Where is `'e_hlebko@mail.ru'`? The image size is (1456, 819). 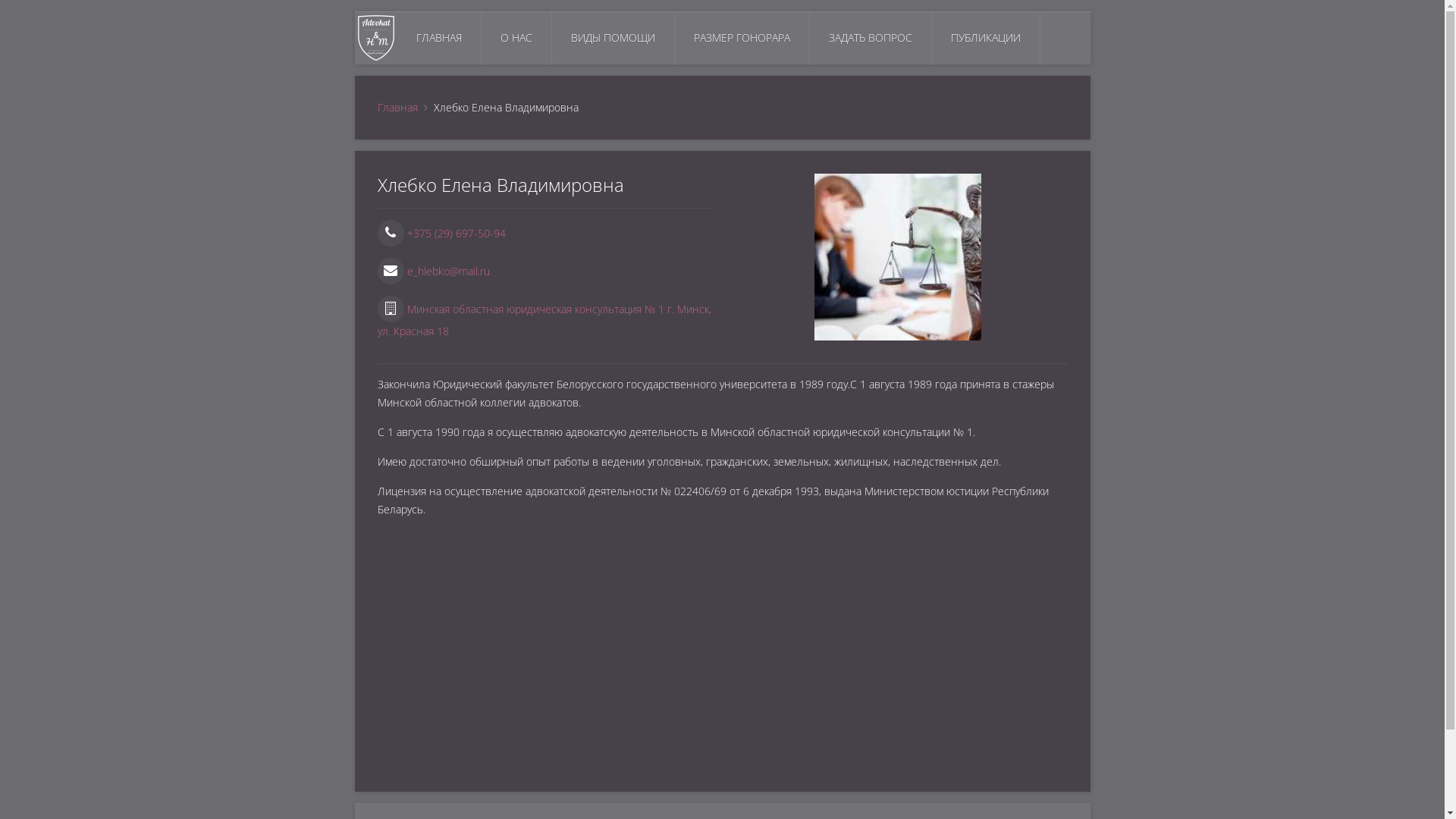
'e_hlebko@mail.ru' is located at coordinates (432, 270).